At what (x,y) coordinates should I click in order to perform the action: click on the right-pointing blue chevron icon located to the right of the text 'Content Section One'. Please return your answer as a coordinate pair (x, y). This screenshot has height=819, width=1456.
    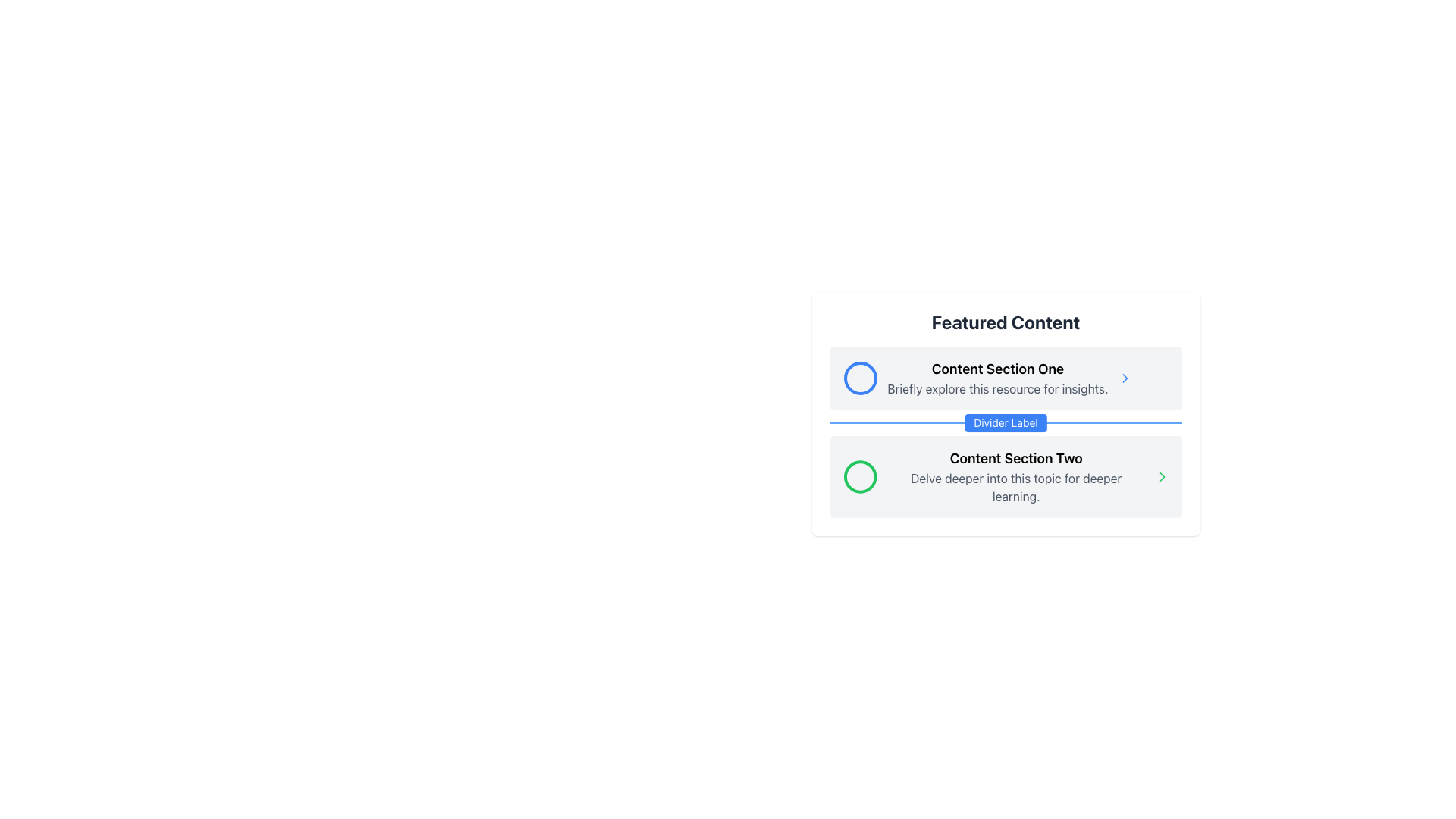
    Looking at the image, I should click on (1125, 377).